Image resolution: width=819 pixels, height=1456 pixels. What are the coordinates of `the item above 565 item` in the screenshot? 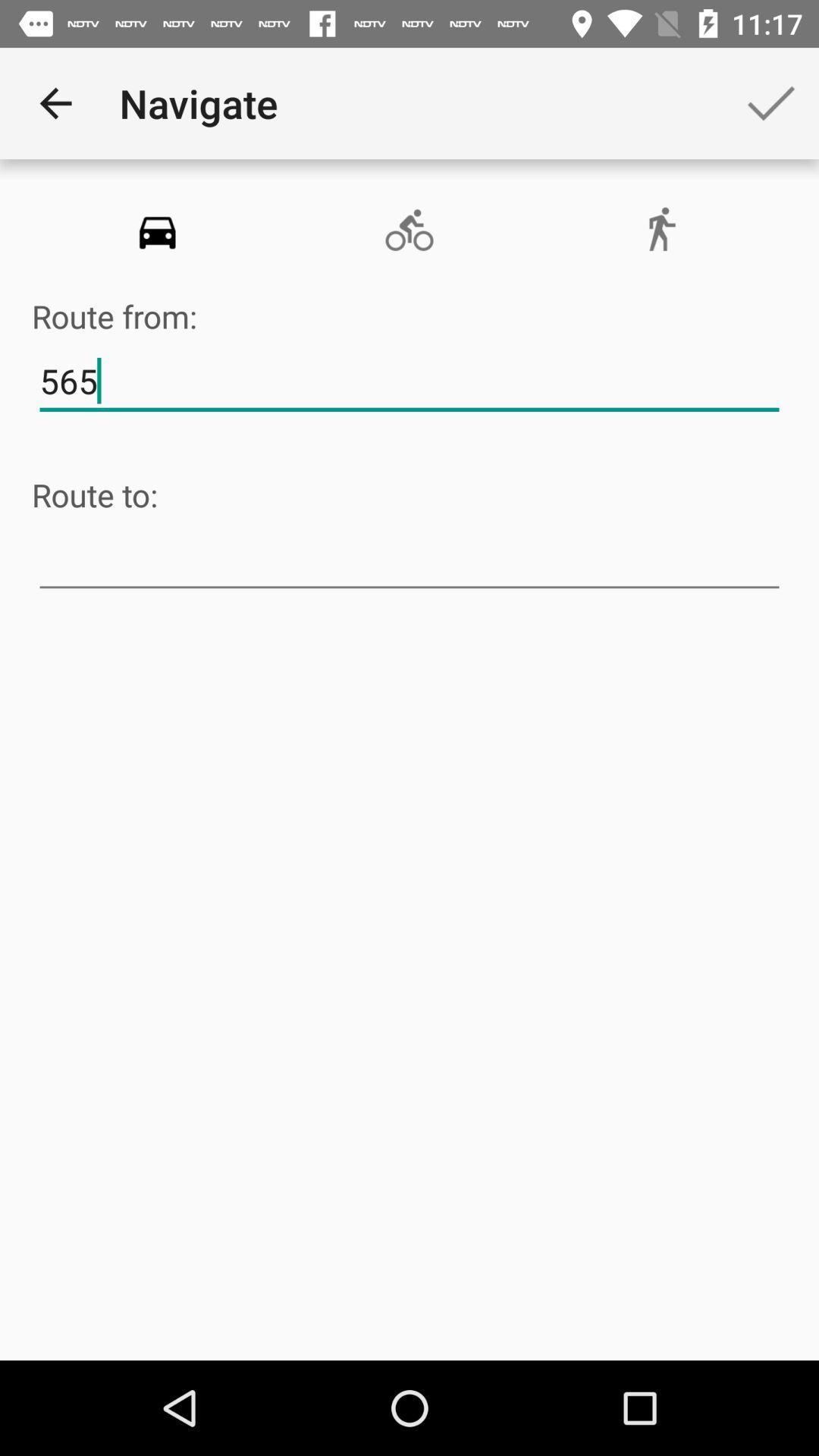 It's located at (660, 230).